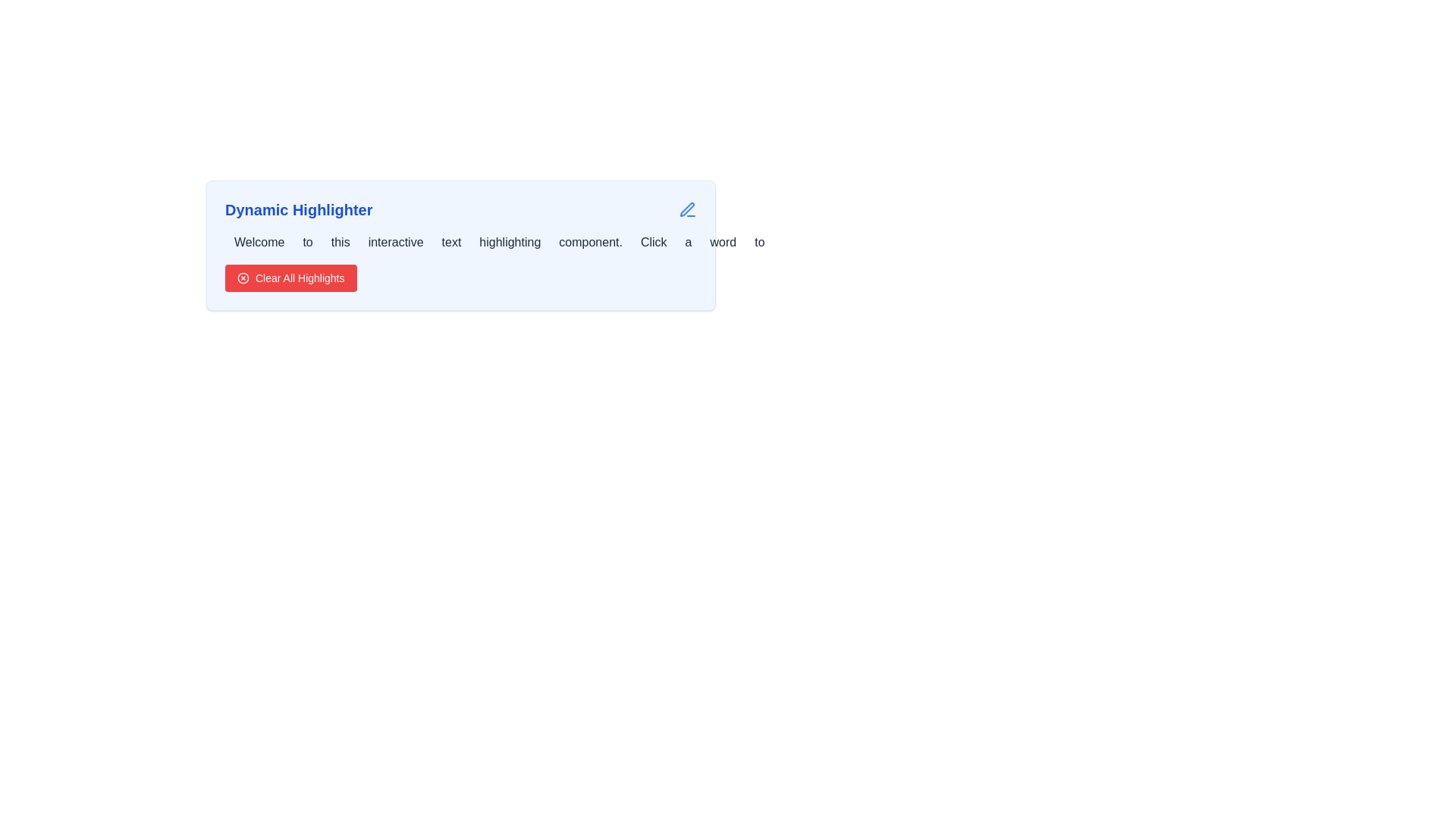 The width and height of the screenshot is (1456, 819). What do you see at coordinates (259, 241) in the screenshot?
I see `the interactive highlightable text element located to the left of 'to' and above the 'Clear All Highlights' button` at bounding box center [259, 241].